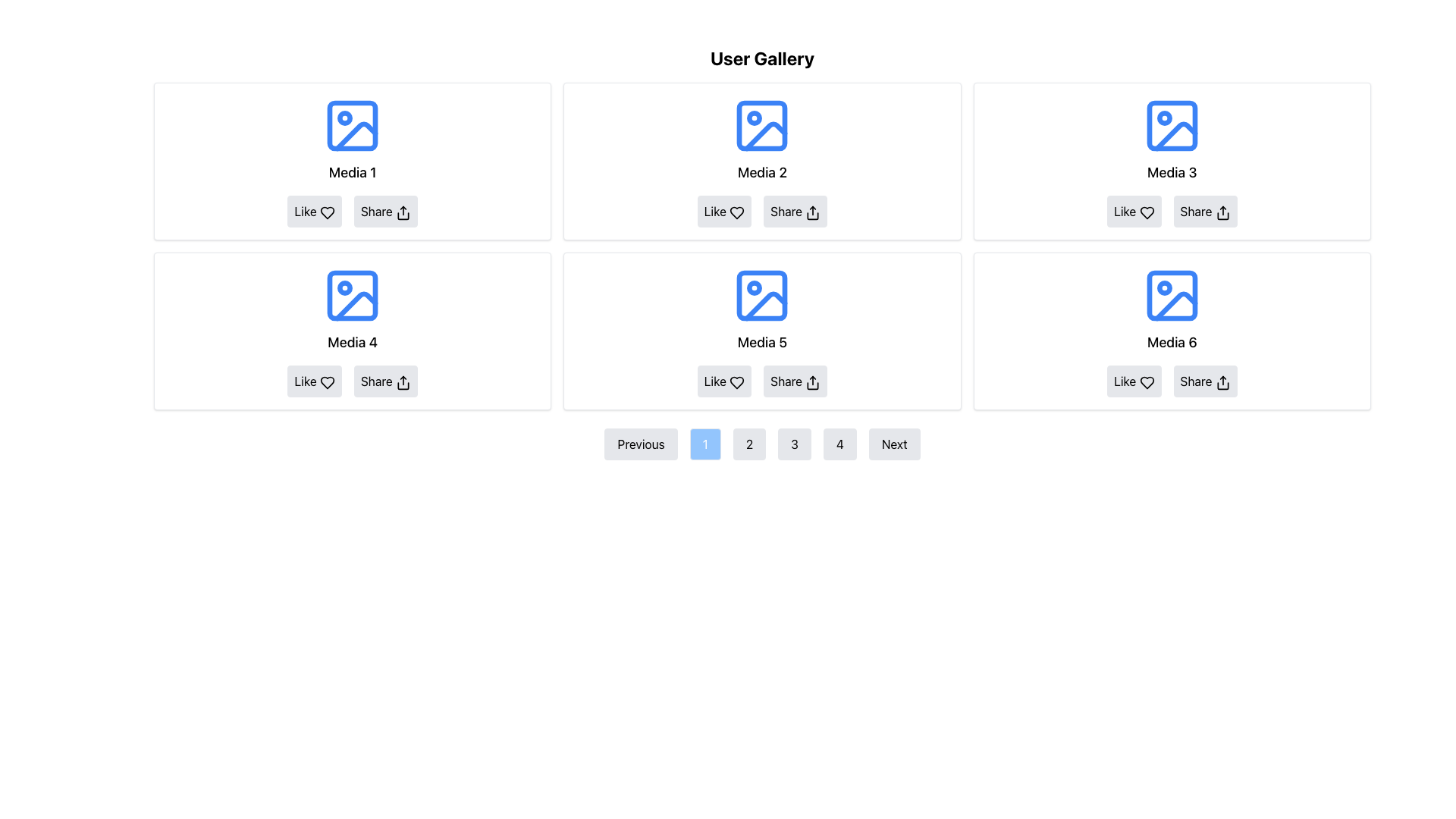  Describe the element at coordinates (737, 212) in the screenshot. I see `the heart-shaped icon within the 'Like' button beneath the 'Media 2' item in the gallery interface` at that location.